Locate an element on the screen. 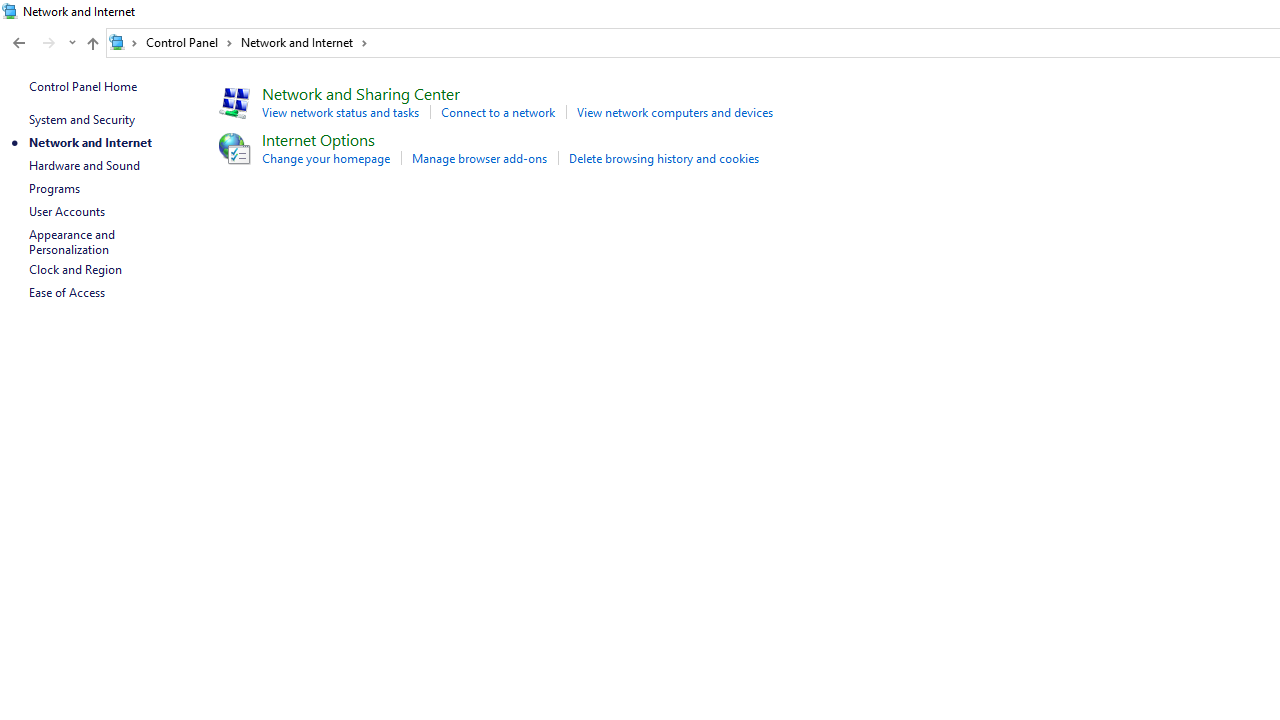 This screenshot has width=1280, height=720. 'Navigation buttons' is located at coordinates (42, 43).